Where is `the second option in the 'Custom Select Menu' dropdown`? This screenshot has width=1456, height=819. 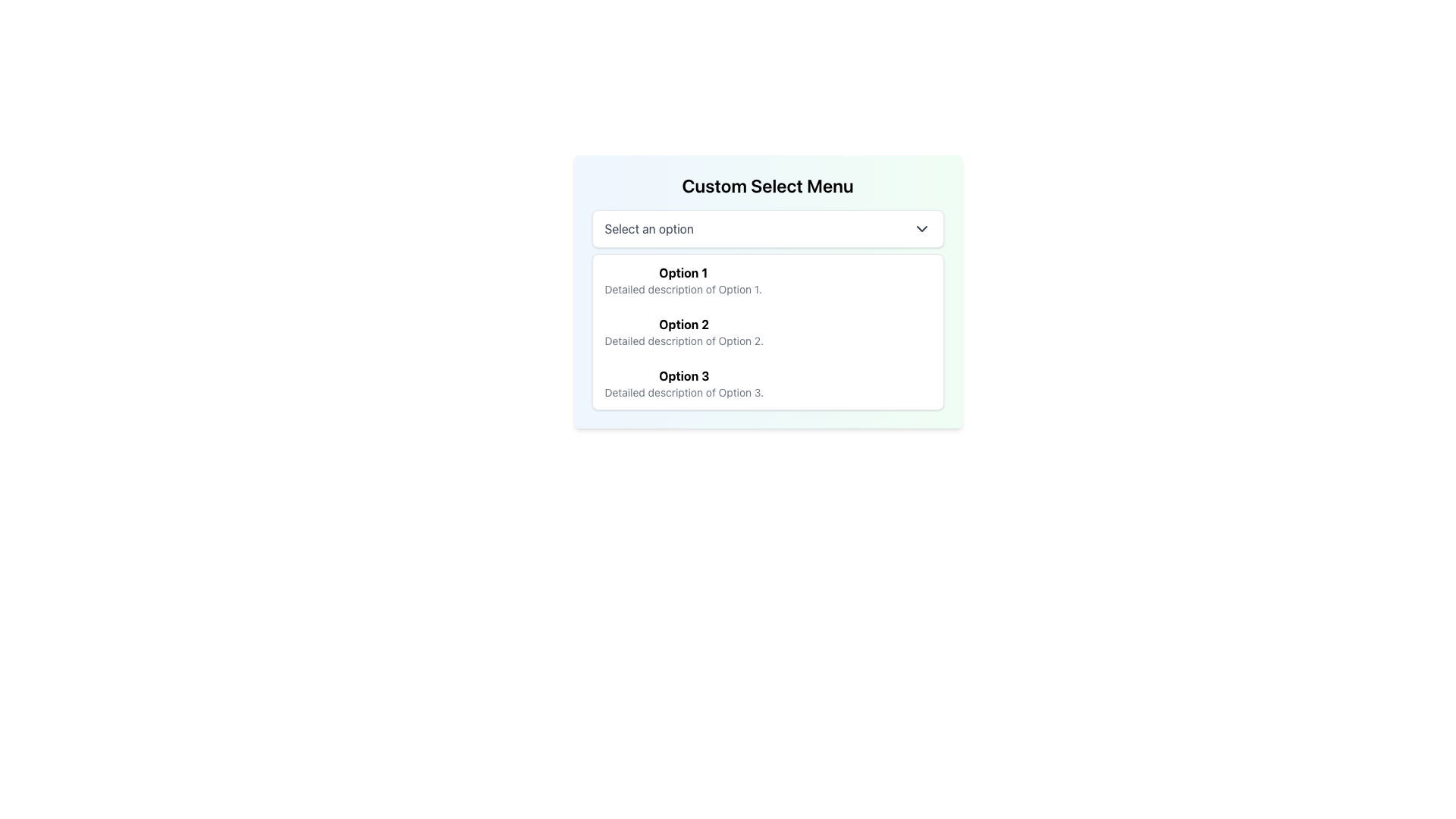
the second option in the 'Custom Select Menu' dropdown is located at coordinates (683, 331).